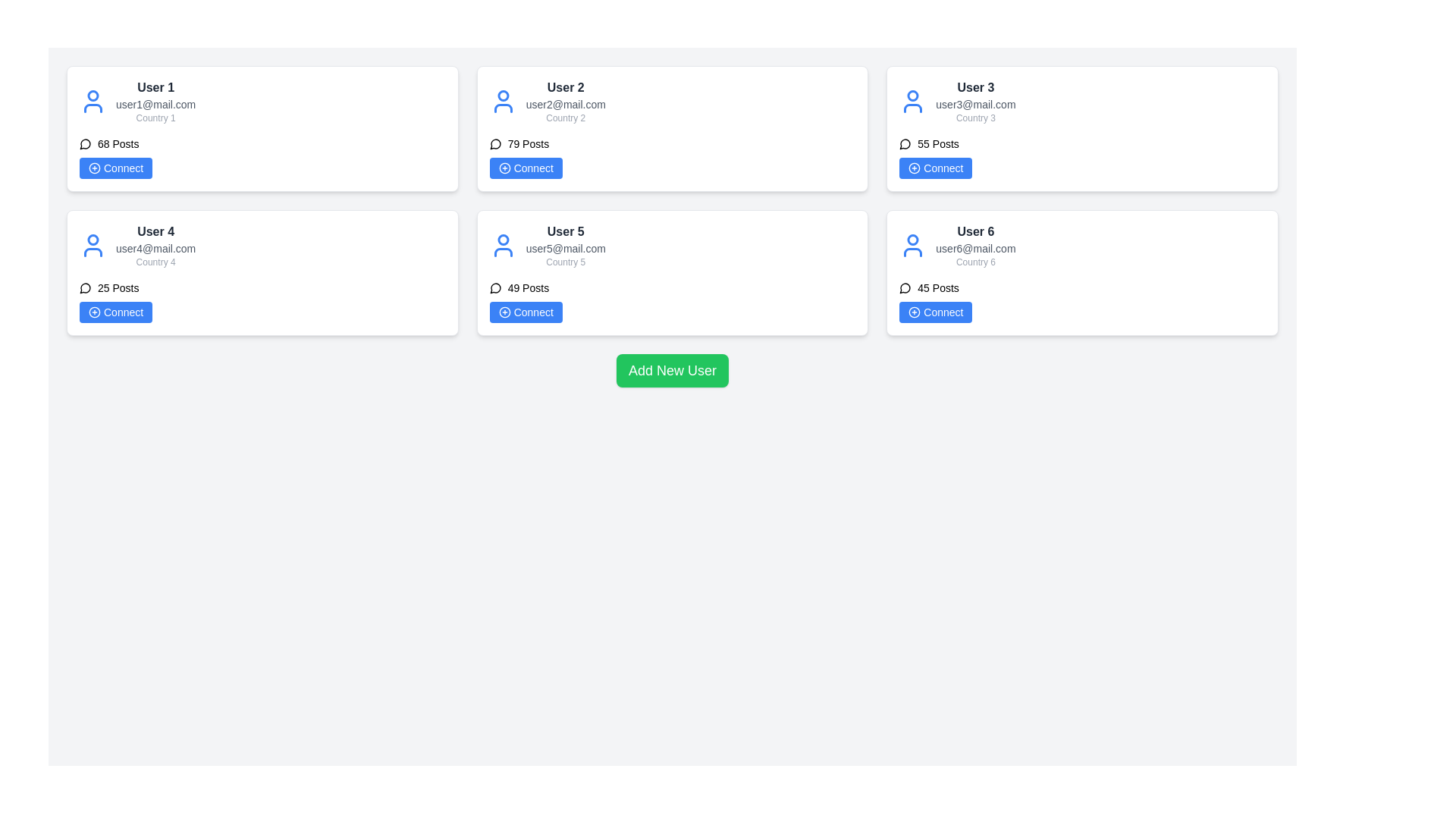 Image resolution: width=1456 pixels, height=819 pixels. Describe the element at coordinates (84, 144) in the screenshot. I see `the icon that signifies the number of posts or comments associated with 'User 1', located adjacent to the '68 Posts' text in the user card` at that location.